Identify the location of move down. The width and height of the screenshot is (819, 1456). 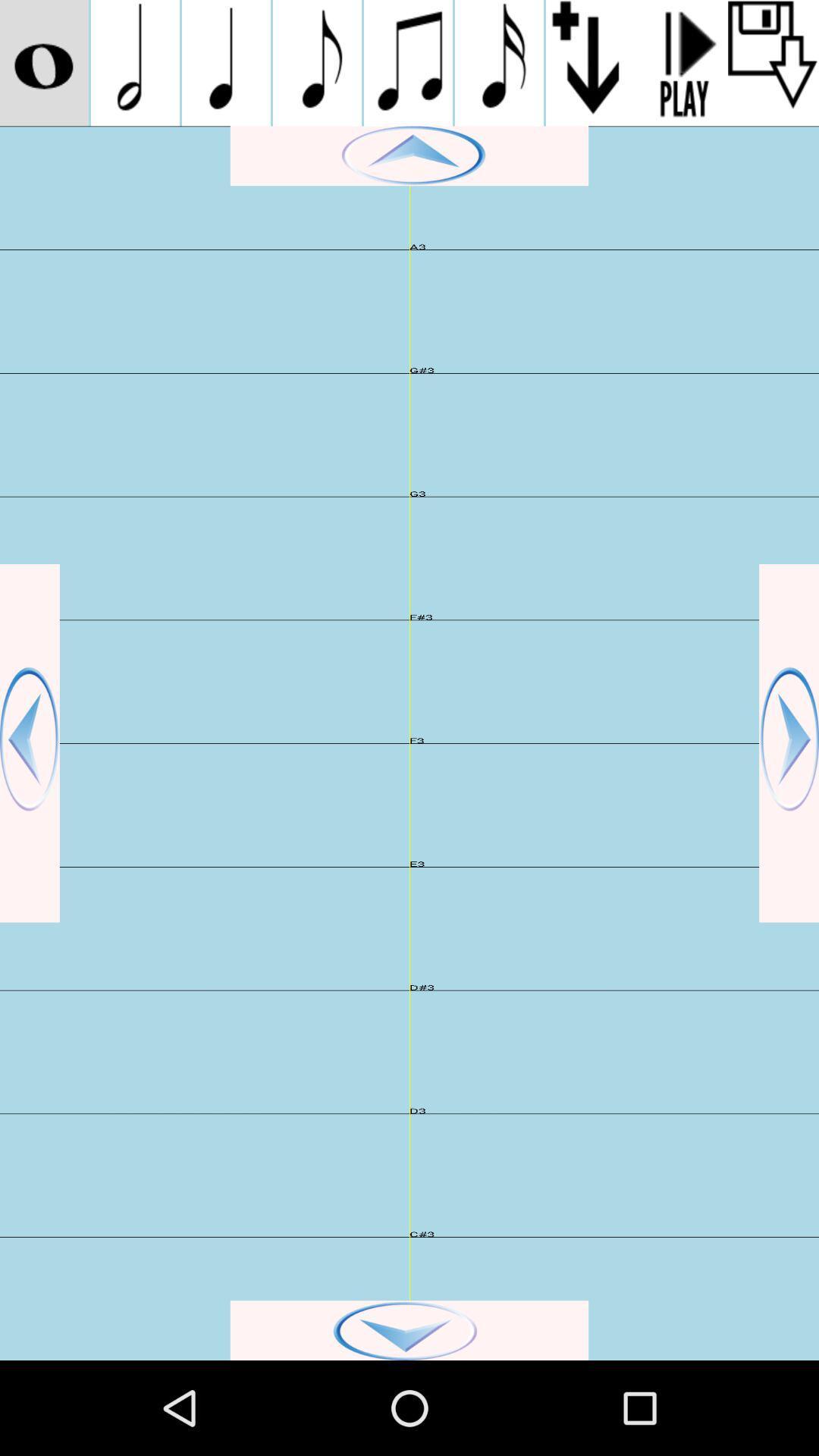
(409, 1329).